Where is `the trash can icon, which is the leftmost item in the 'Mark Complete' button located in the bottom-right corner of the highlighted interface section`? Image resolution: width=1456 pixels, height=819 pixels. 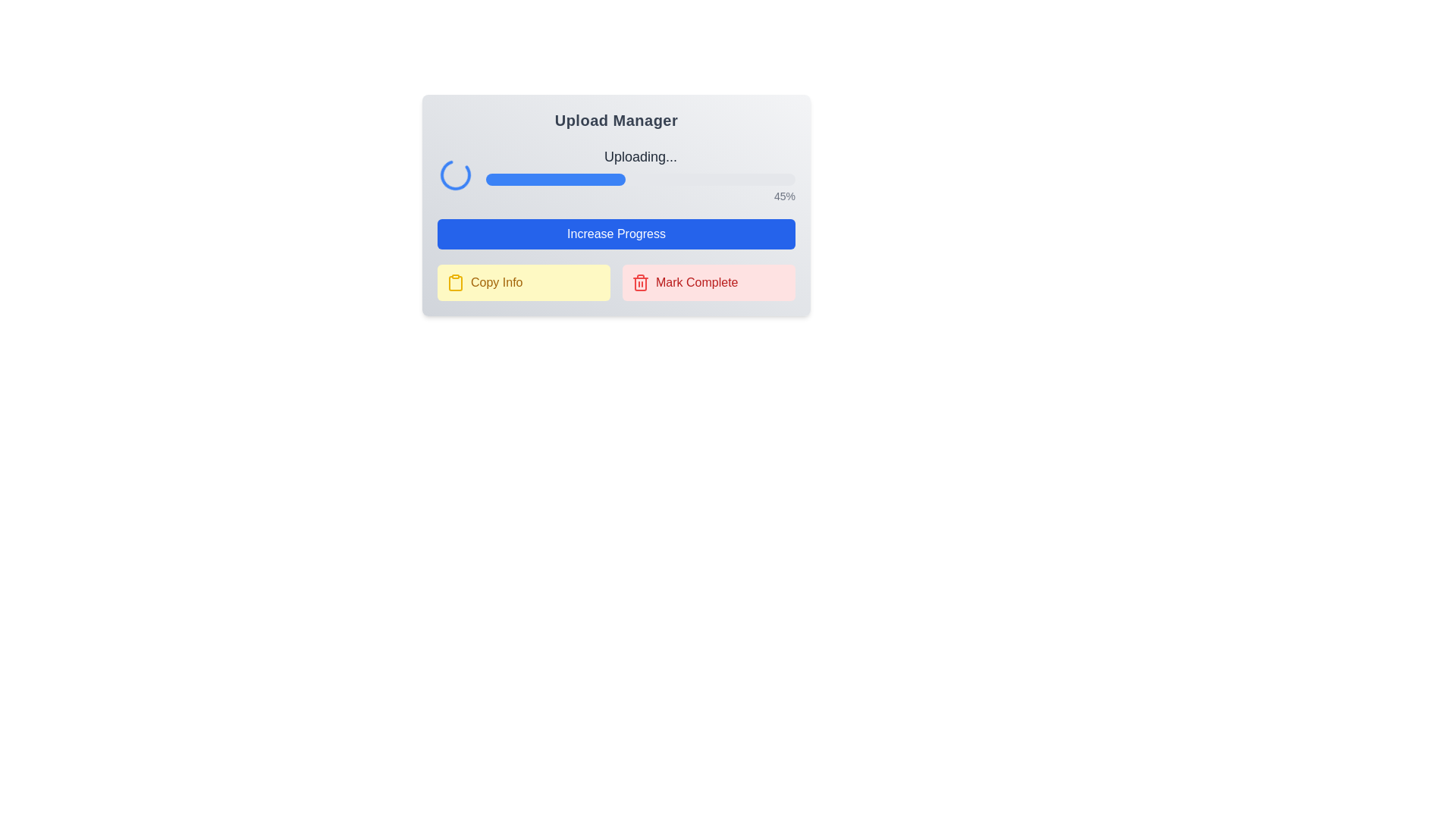
the trash can icon, which is the leftmost item in the 'Mark Complete' button located in the bottom-right corner of the highlighted interface section is located at coordinates (640, 283).